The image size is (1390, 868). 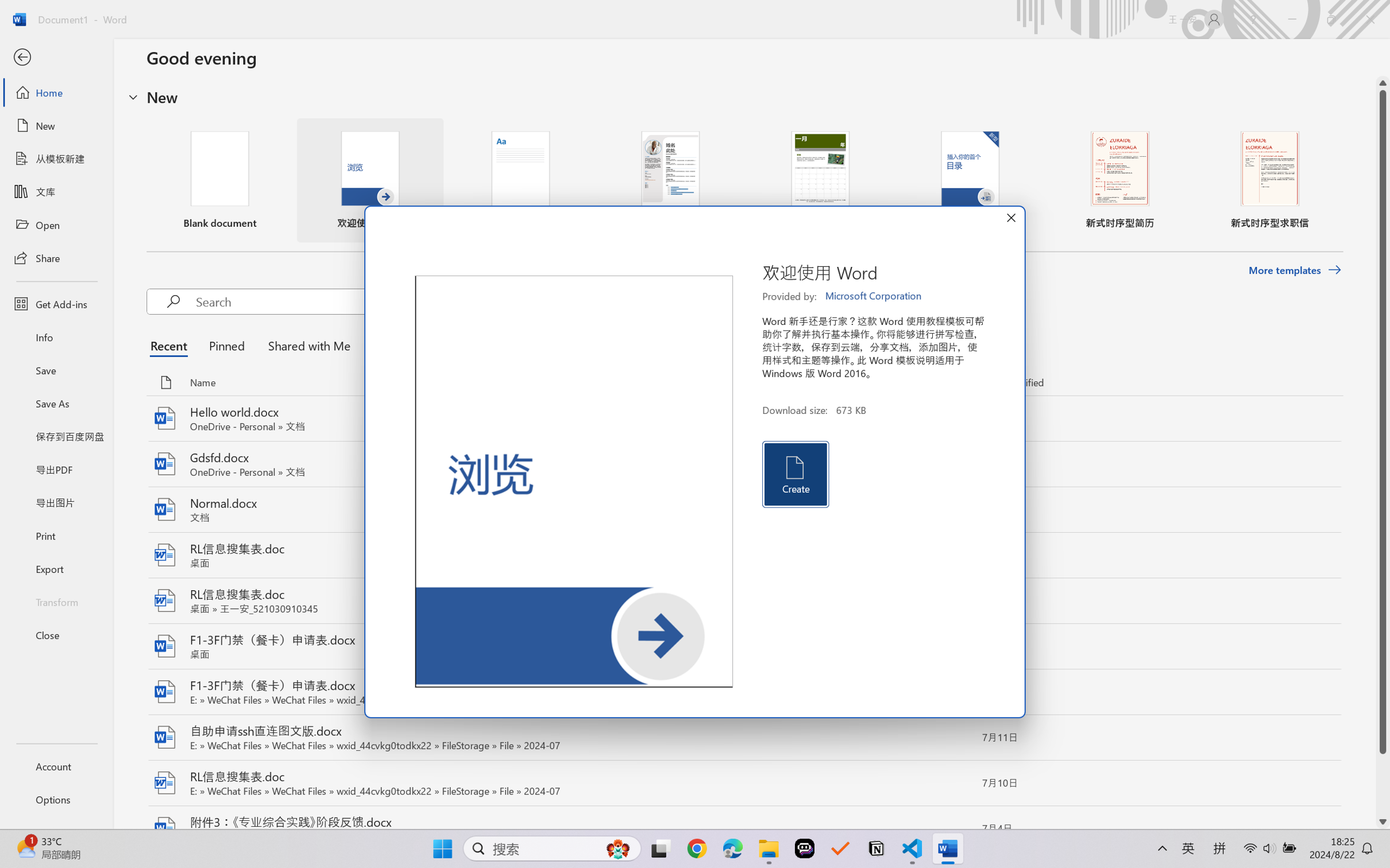 I want to click on 'Get Add-ins', so click(x=56, y=303).